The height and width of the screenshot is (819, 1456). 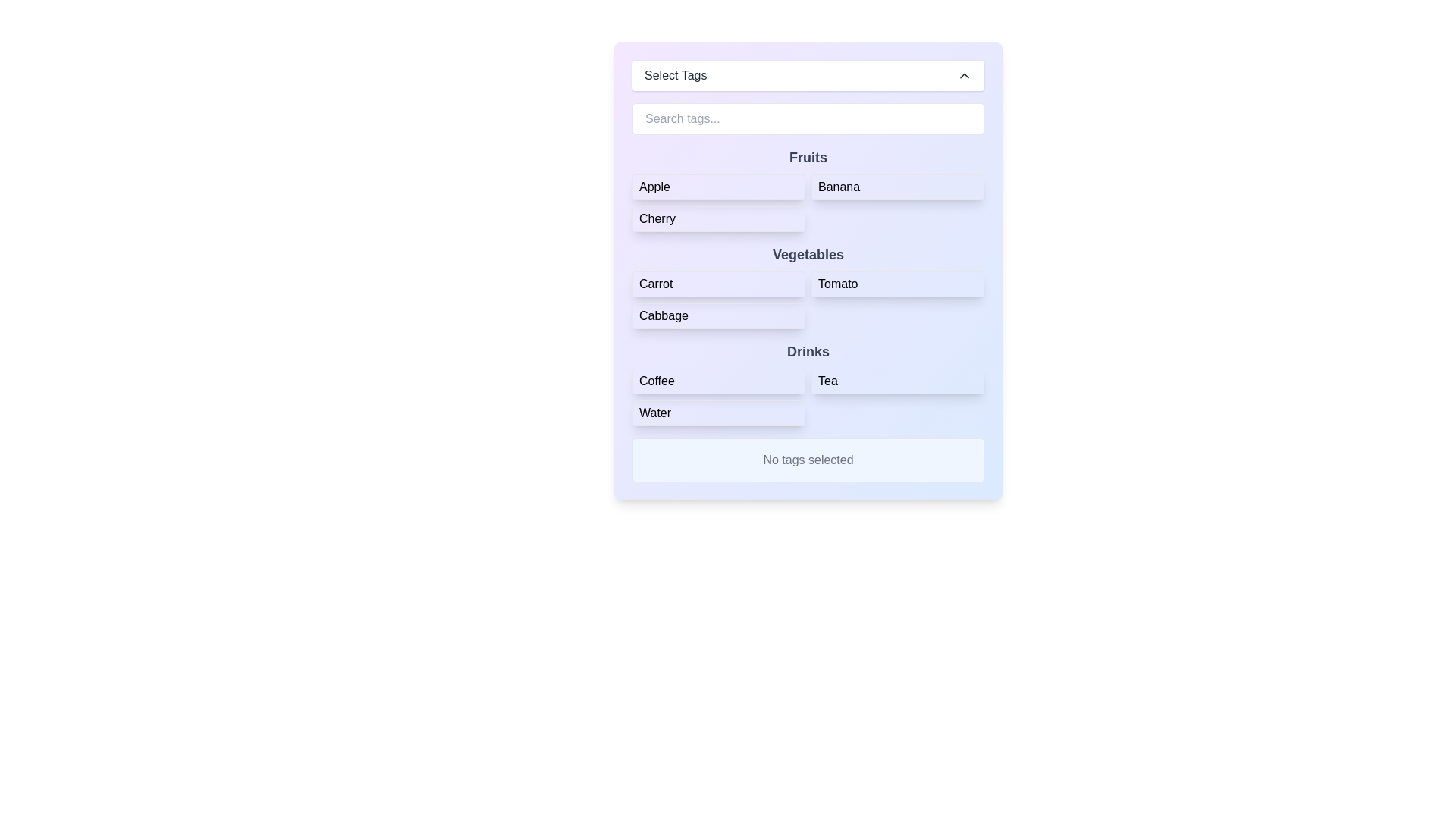 What do you see at coordinates (898, 380) in the screenshot?
I see `the 'Tea' button` at bounding box center [898, 380].